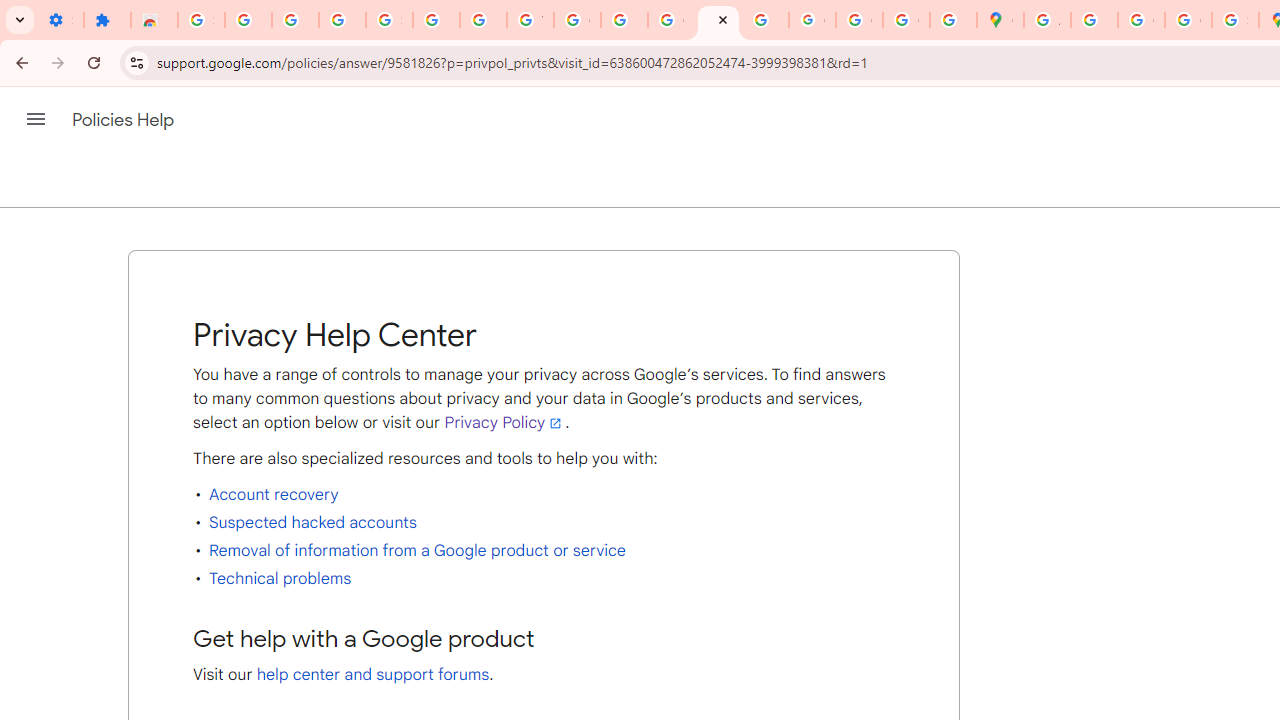 The height and width of the screenshot is (720, 1280). I want to click on 'Technical problems', so click(279, 578).